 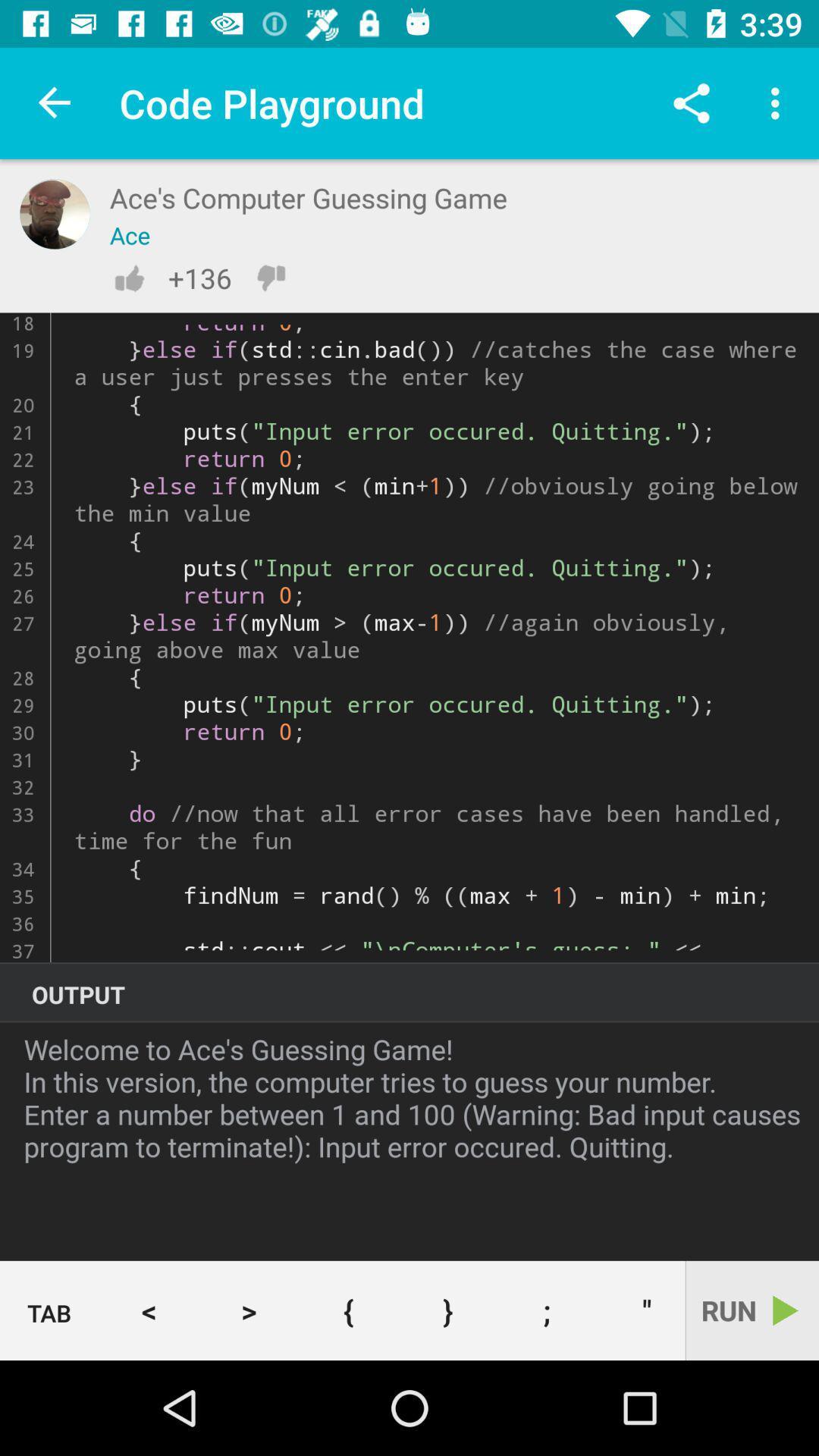 What do you see at coordinates (270, 278) in the screenshot?
I see `dislikes are notified` at bounding box center [270, 278].